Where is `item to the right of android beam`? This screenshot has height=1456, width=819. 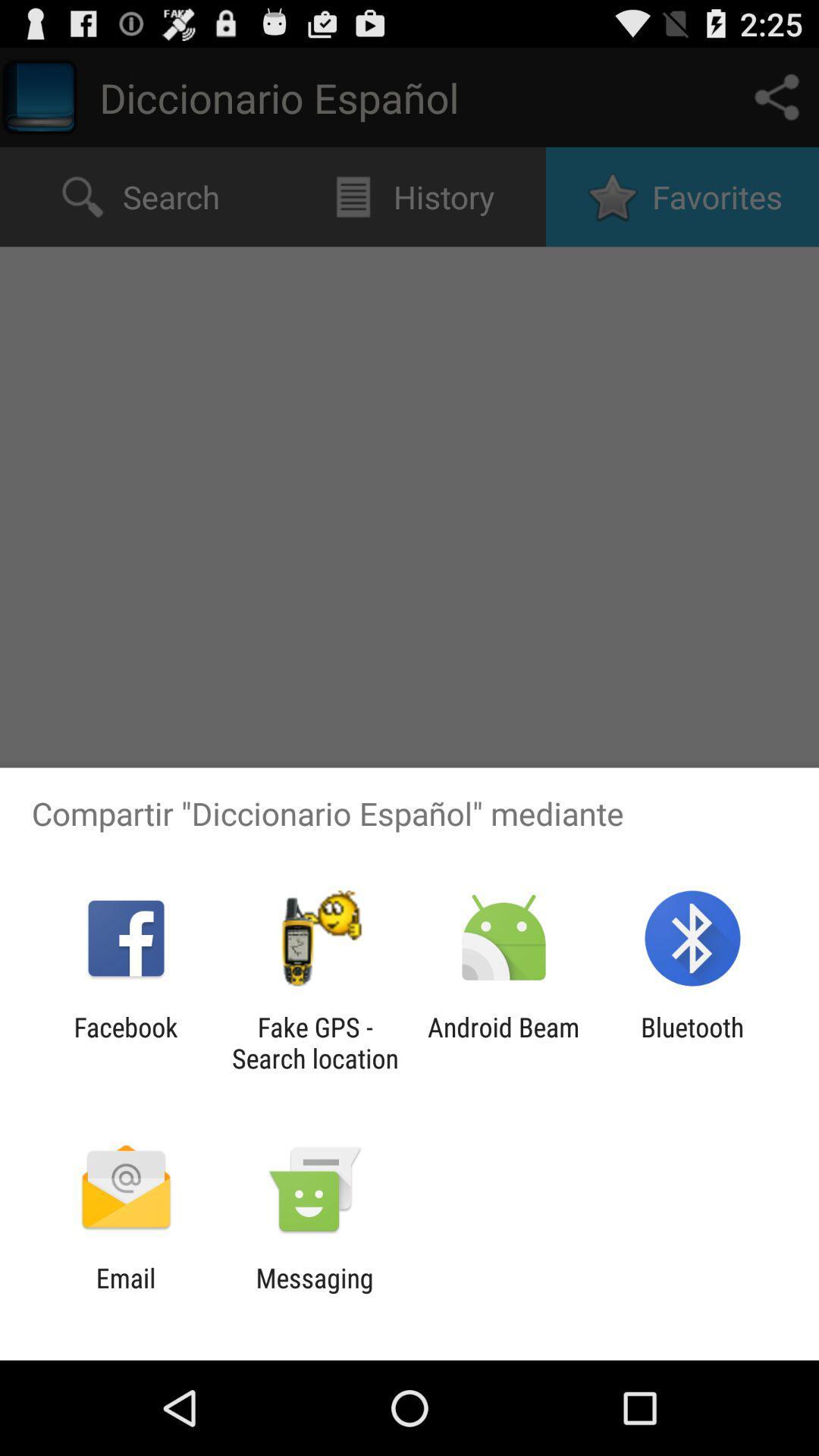 item to the right of android beam is located at coordinates (692, 1042).